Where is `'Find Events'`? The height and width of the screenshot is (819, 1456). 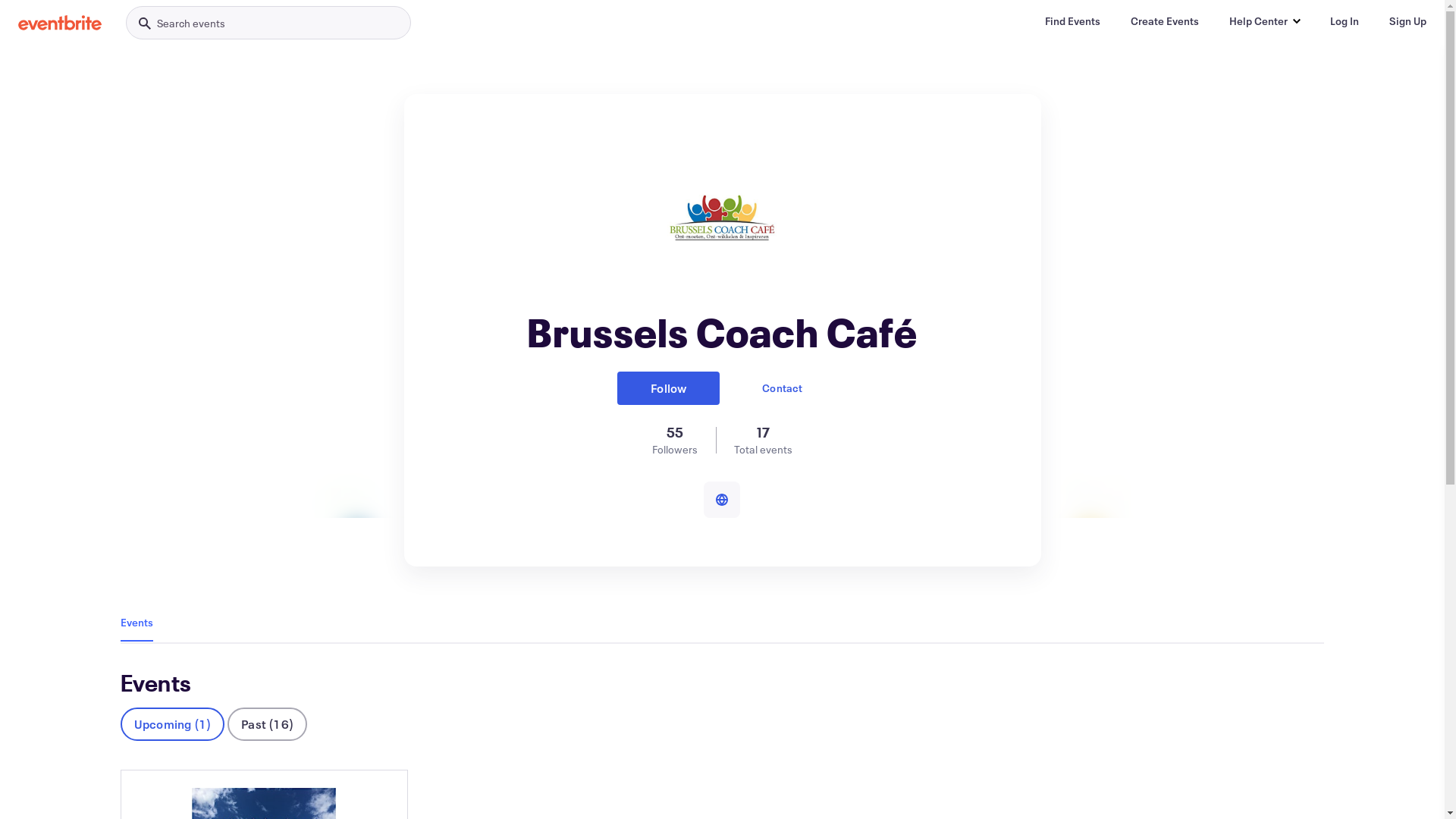
'Find Events' is located at coordinates (1032, 20).